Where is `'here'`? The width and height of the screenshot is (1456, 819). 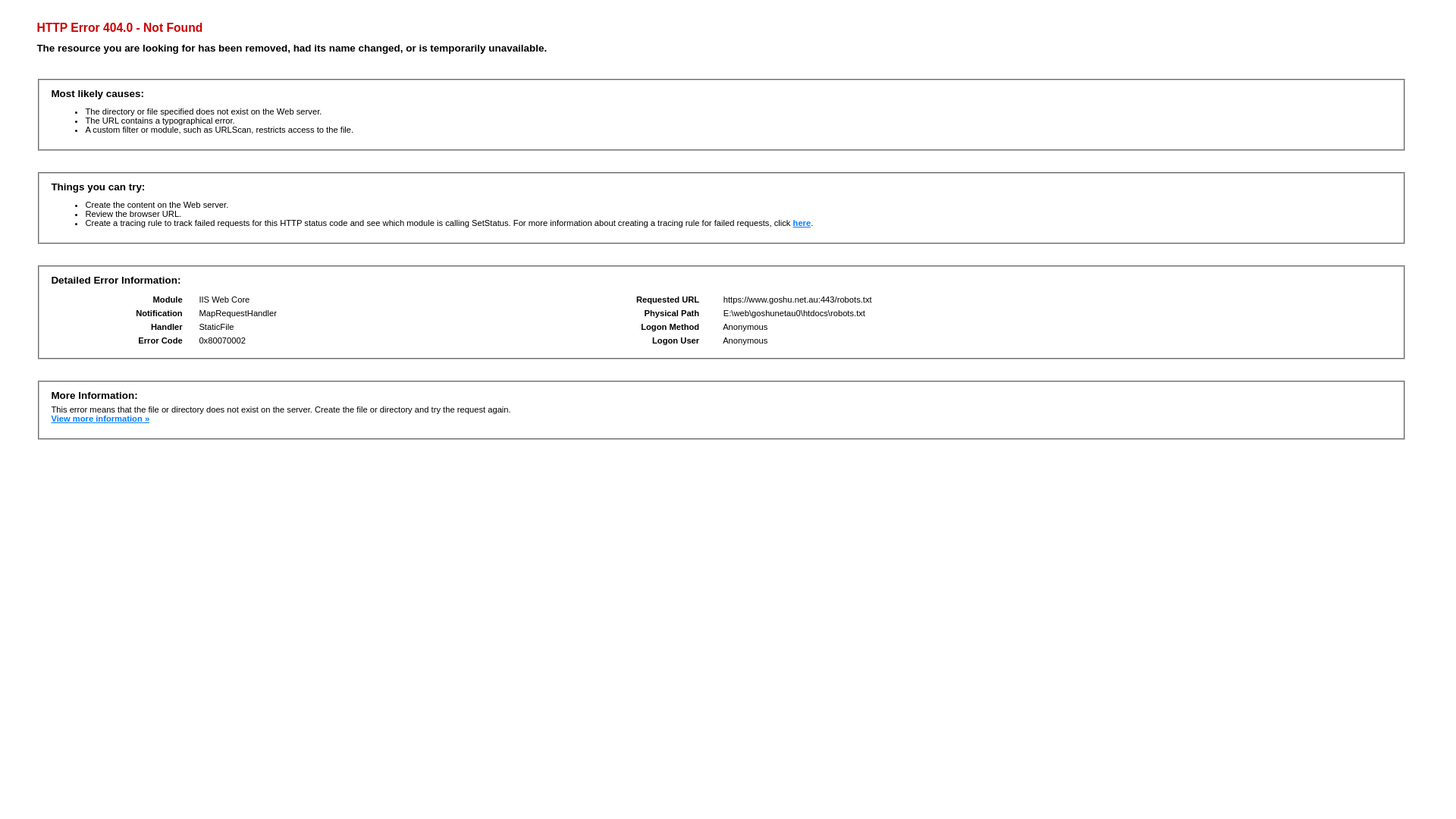 'here' is located at coordinates (801, 222).